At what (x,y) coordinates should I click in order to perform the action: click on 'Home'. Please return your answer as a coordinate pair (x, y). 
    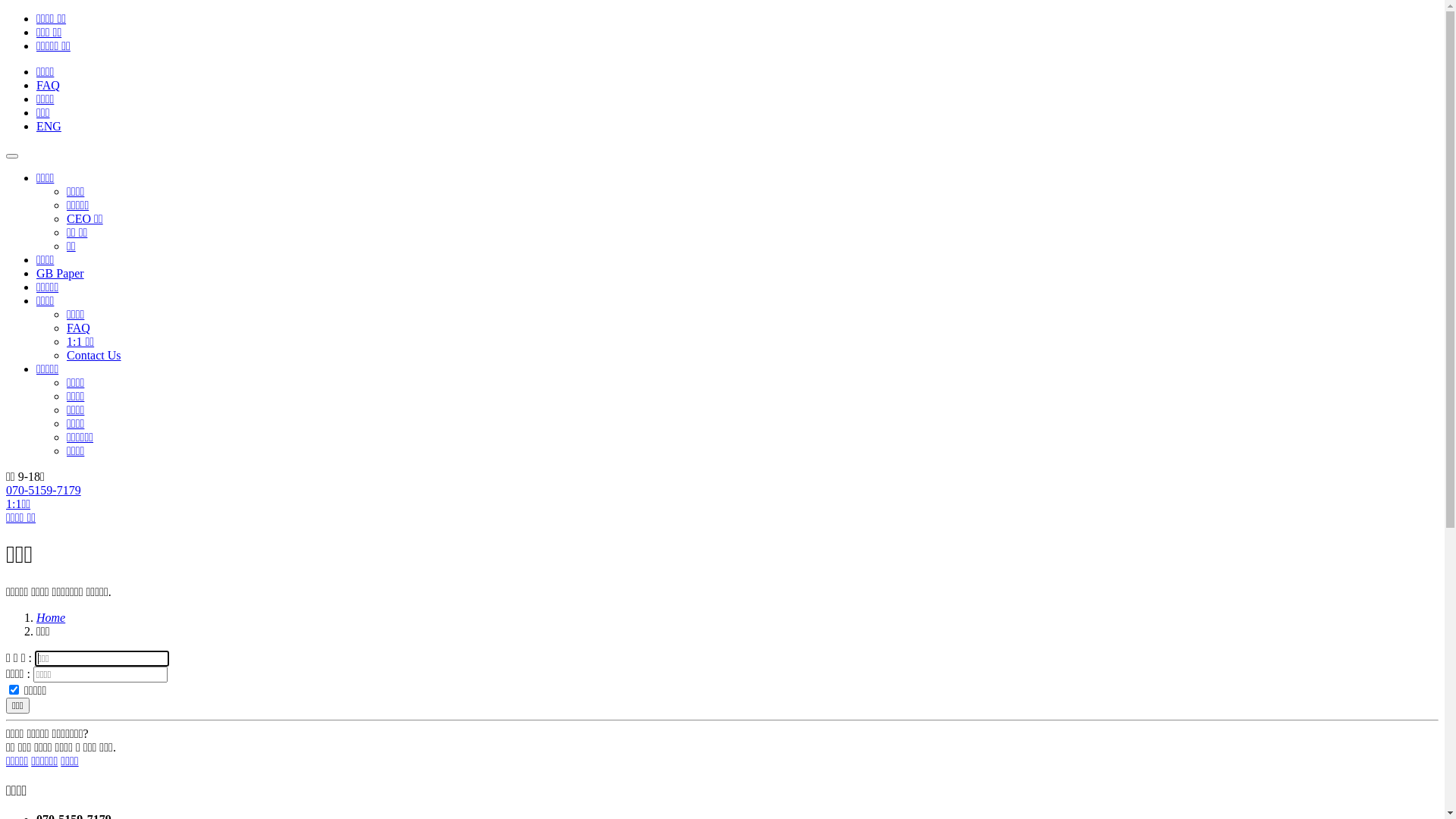
    Looking at the image, I should click on (51, 617).